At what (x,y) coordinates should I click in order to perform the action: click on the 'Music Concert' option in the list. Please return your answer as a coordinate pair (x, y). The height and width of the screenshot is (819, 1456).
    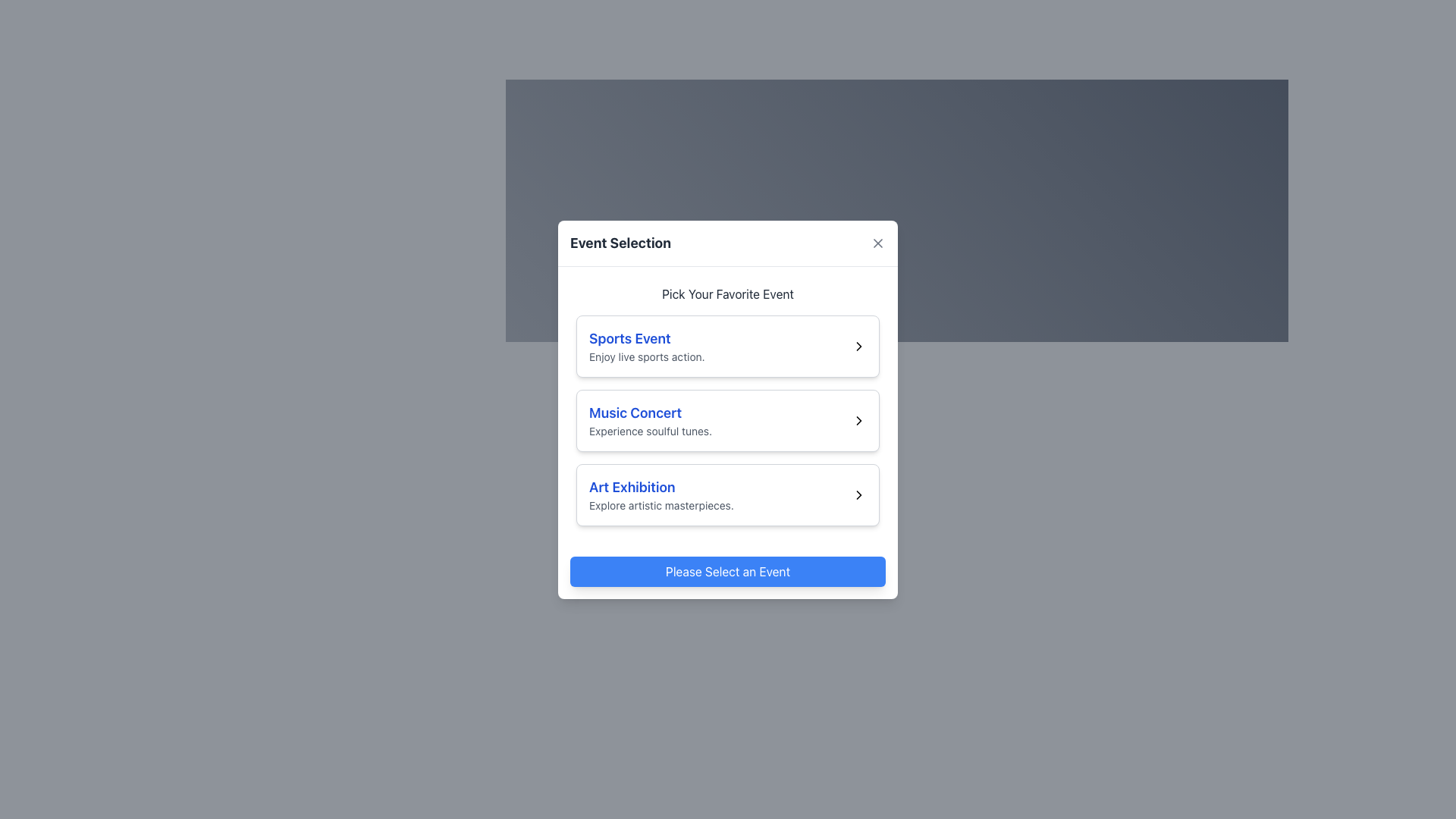
    Looking at the image, I should click on (651, 420).